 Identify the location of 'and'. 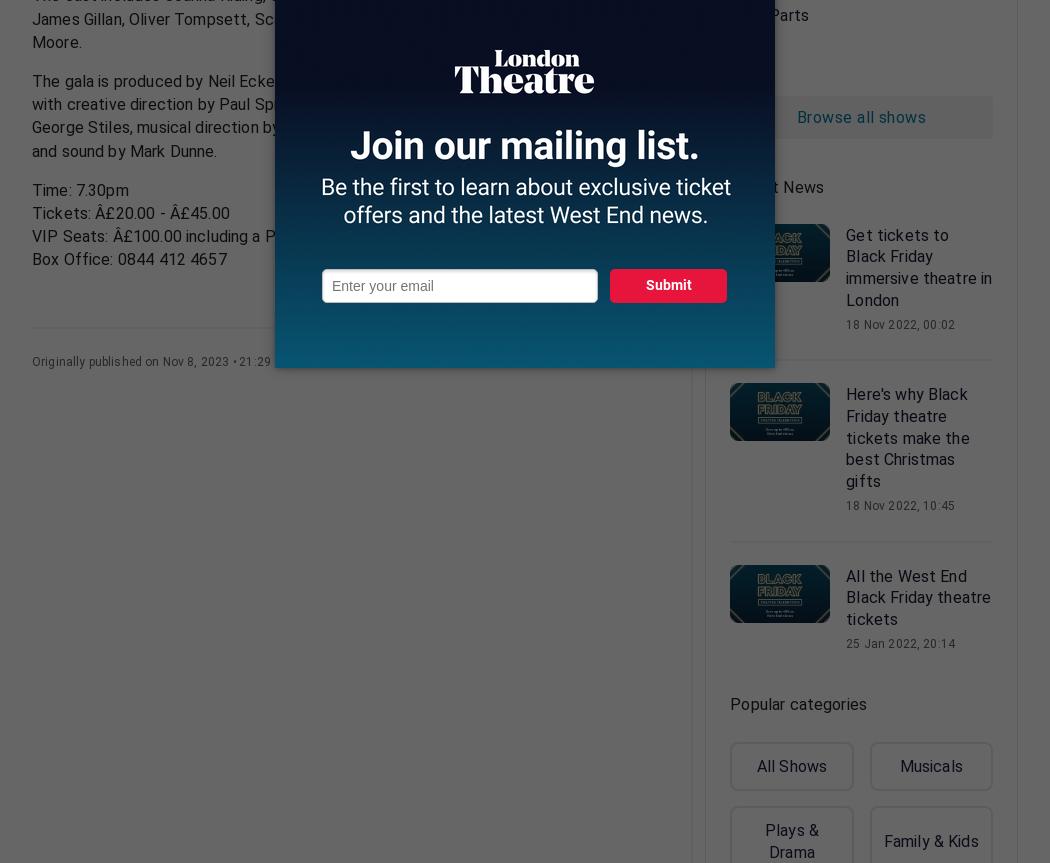
(588, 18).